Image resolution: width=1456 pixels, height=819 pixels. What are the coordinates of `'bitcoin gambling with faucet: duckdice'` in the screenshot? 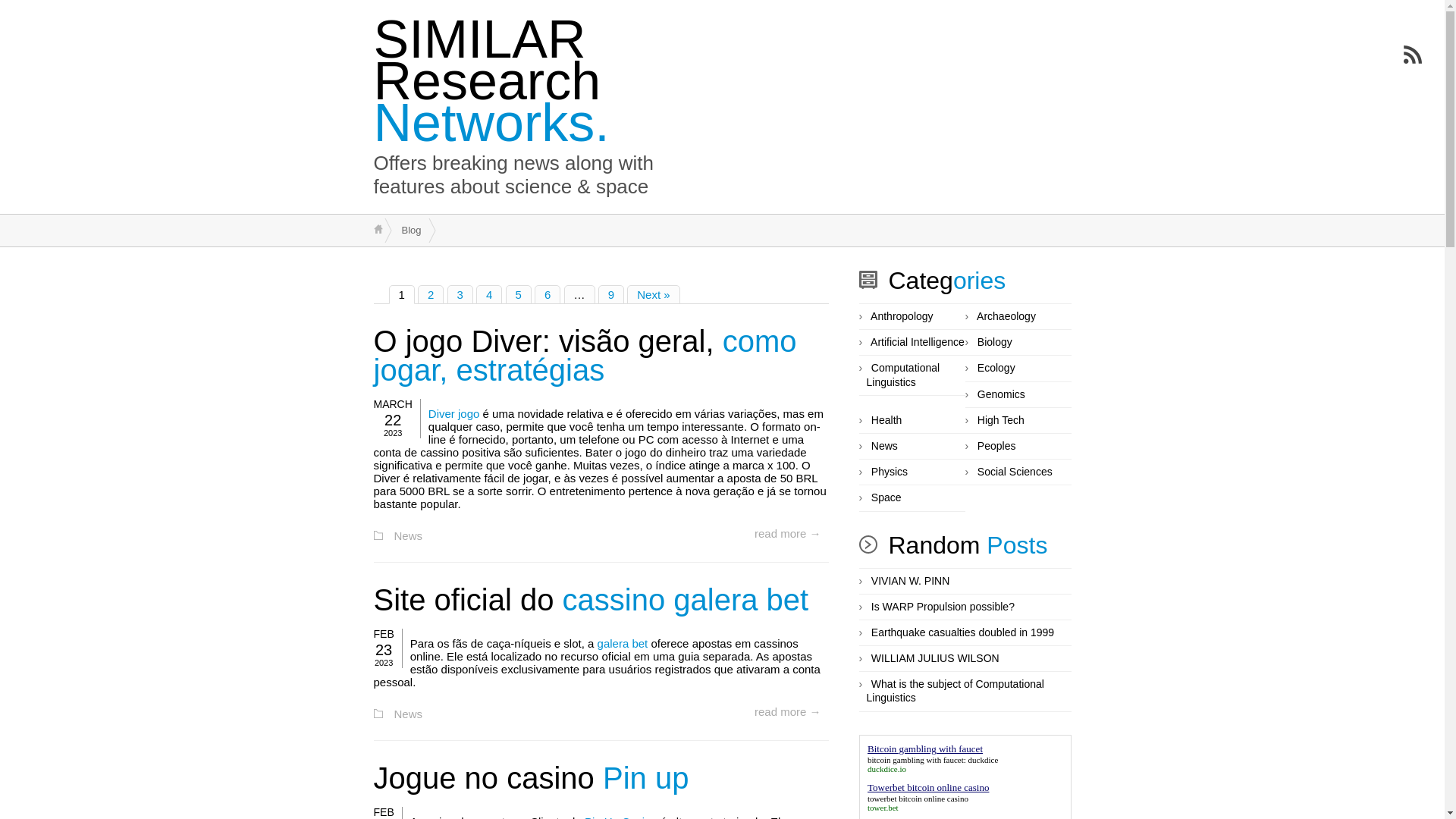 It's located at (931, 760).